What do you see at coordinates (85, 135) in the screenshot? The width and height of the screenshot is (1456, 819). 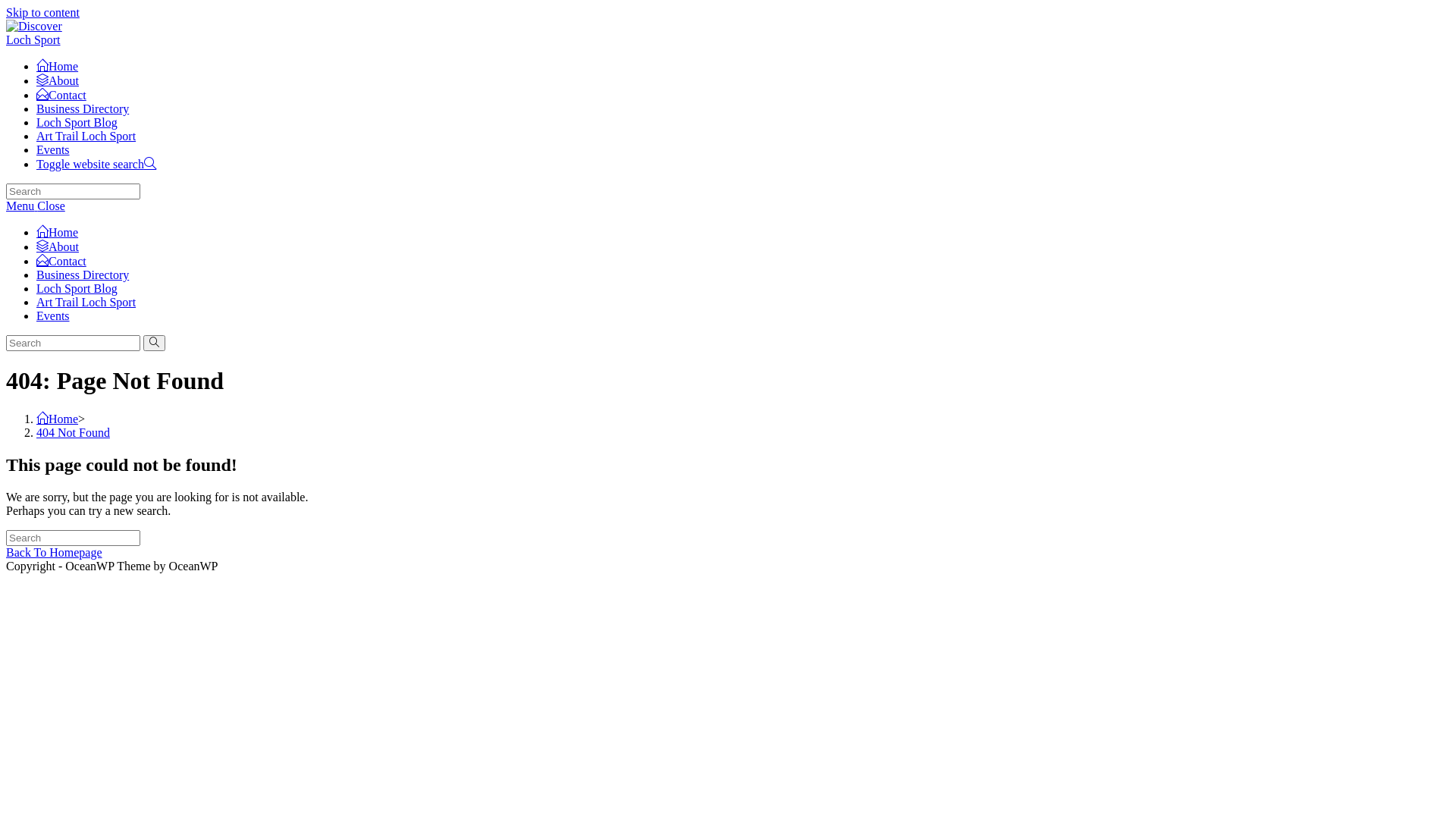 I see `'Art Trail Loch Sport'` at bounding box center [85, 135].